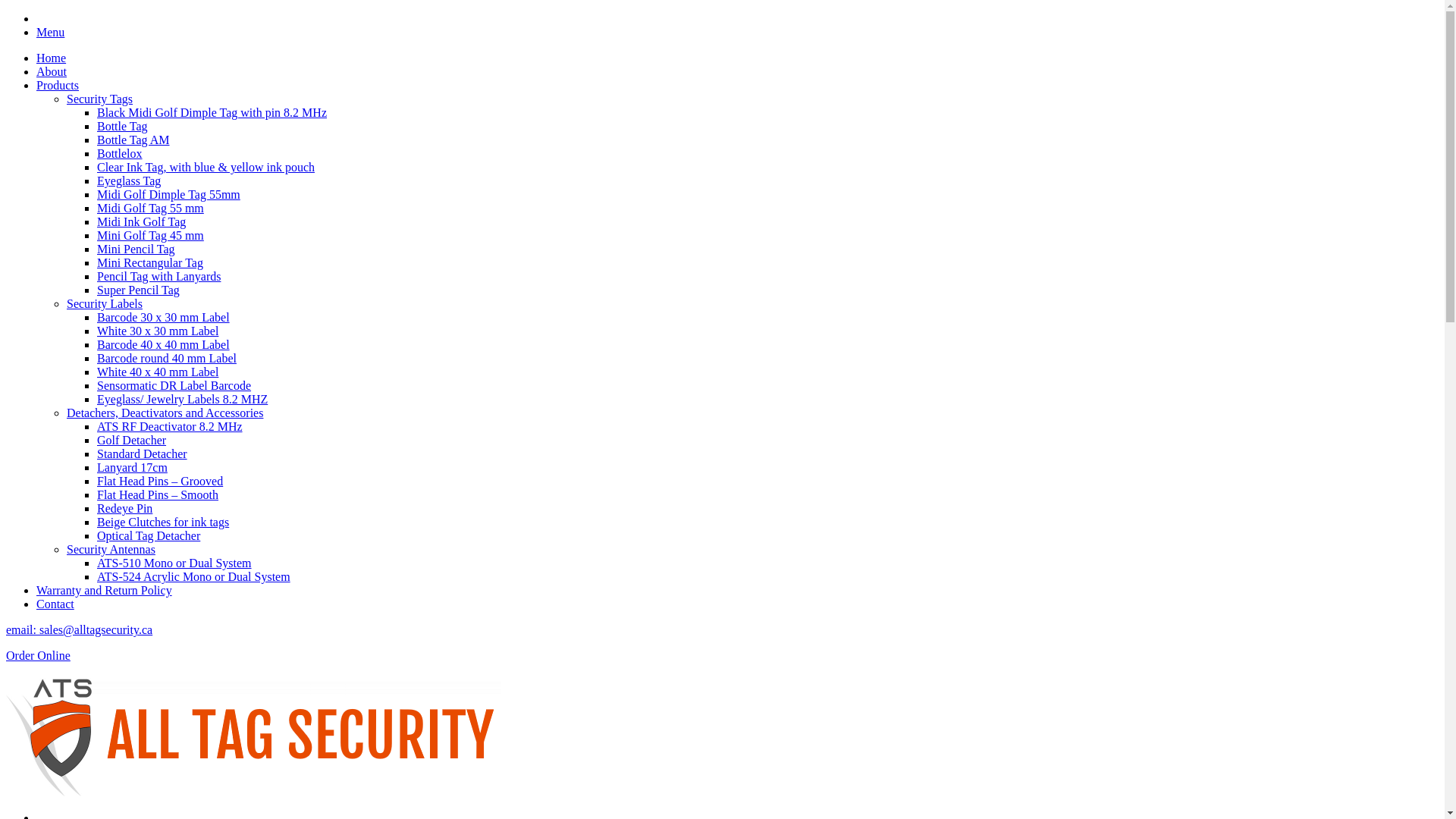  I want to click on 'Super Pencil Tag', so click(138, 290).